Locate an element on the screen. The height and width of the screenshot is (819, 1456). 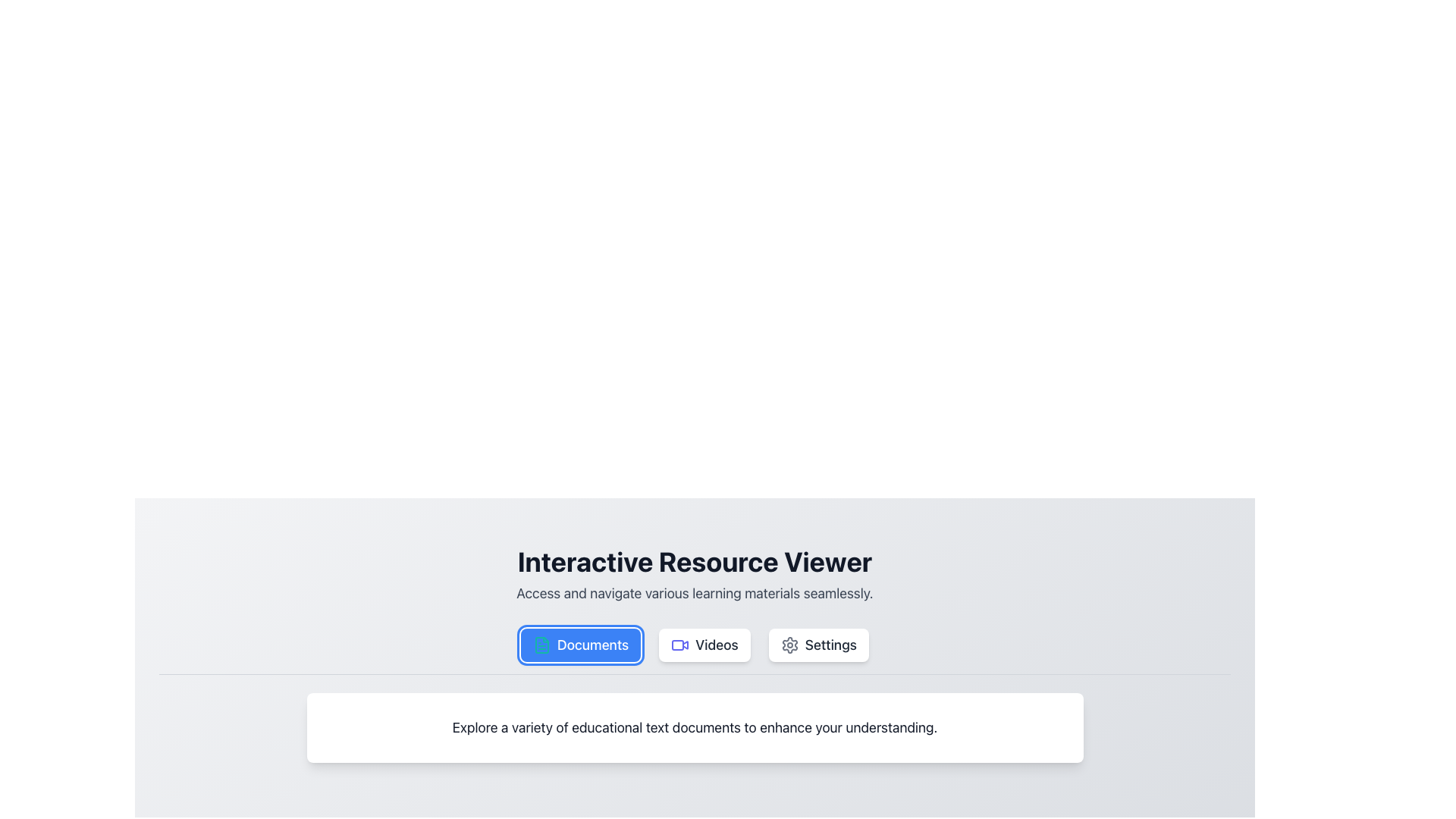
the 'Settings' button, which is the third button from the left in a group of similar buttons, featuring a gear icon, gray text, and a white background is located at coordinates (817, 645).